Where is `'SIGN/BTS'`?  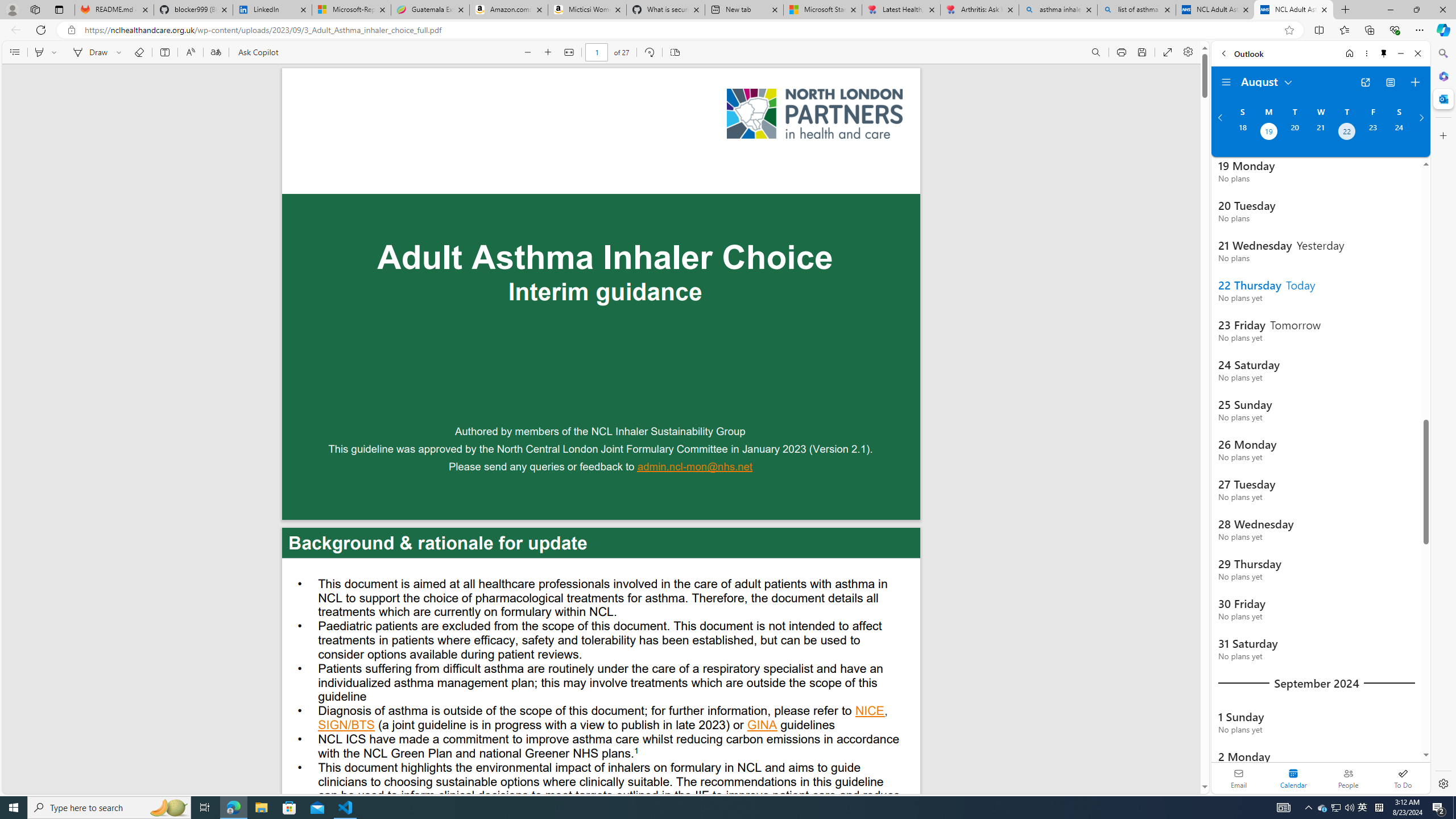
'SIGN/BTS' is located at coordinates (346, 726).